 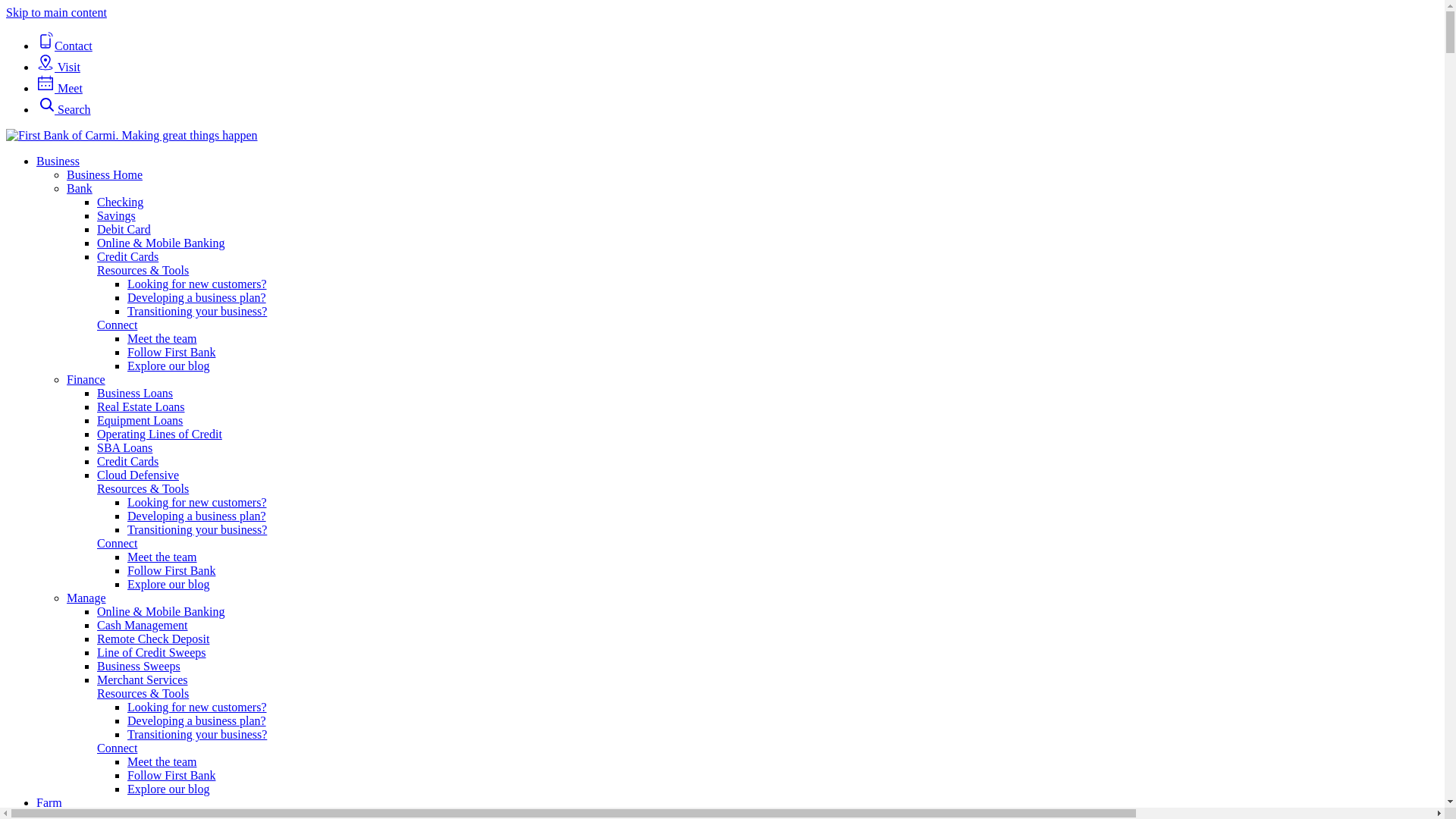 I want to click on 'First Bank of Carmi', so click(x=131, y=134).